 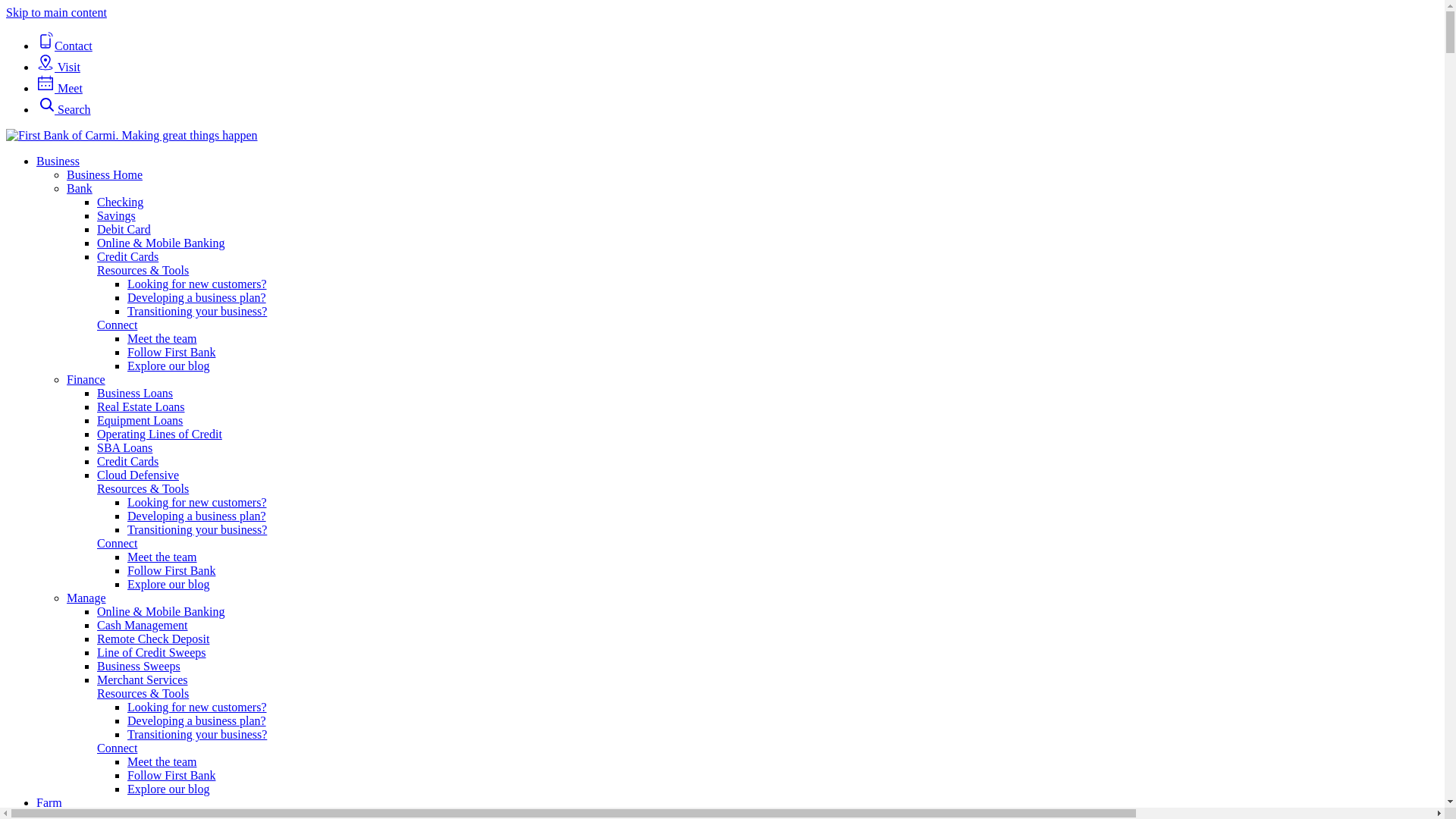 I want to click on 'First Bank of Carmi', so click(x=131, y=134).